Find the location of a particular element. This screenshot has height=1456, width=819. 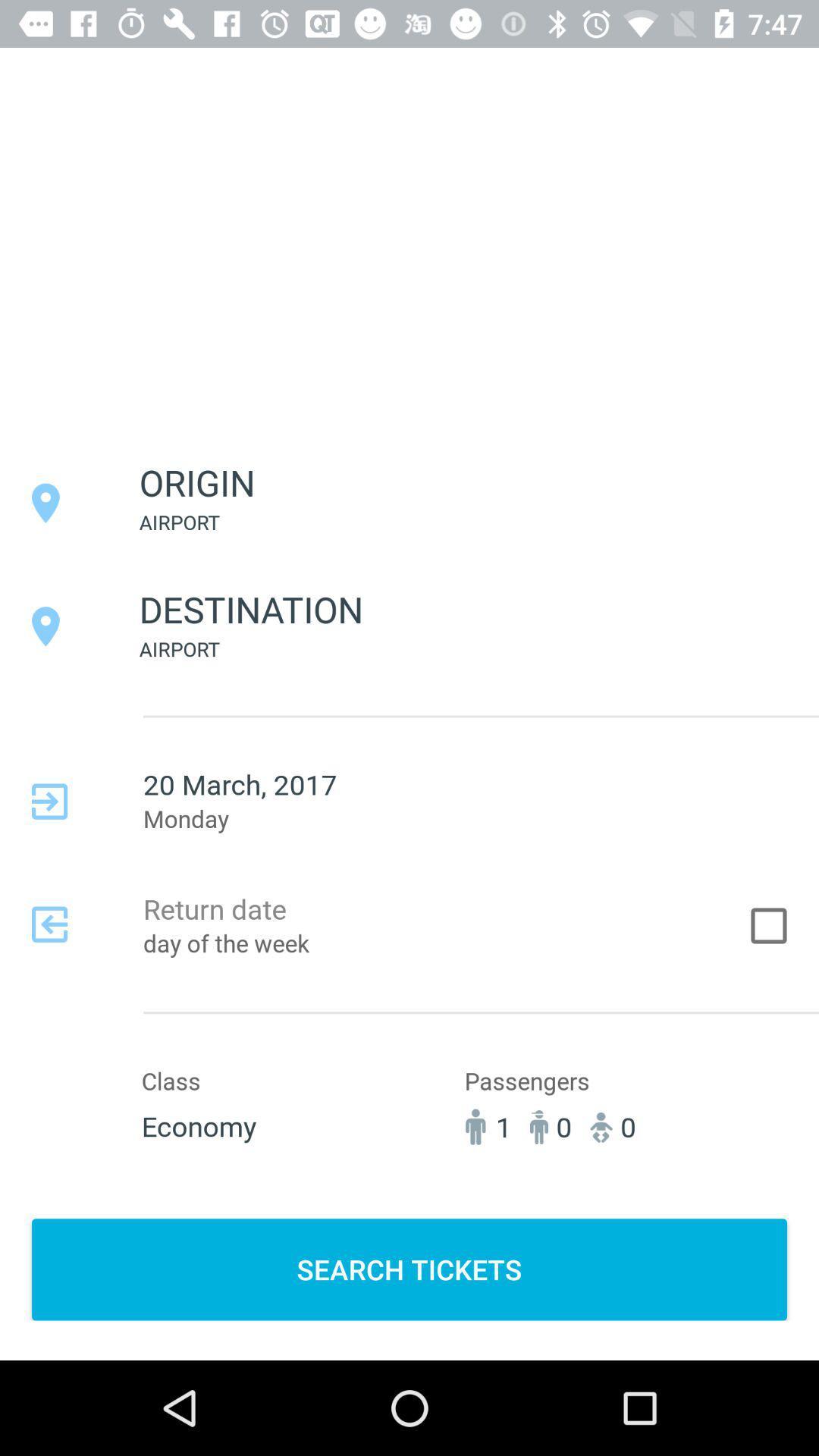

the second location symbol from the top is located at coordinates (45, 626).